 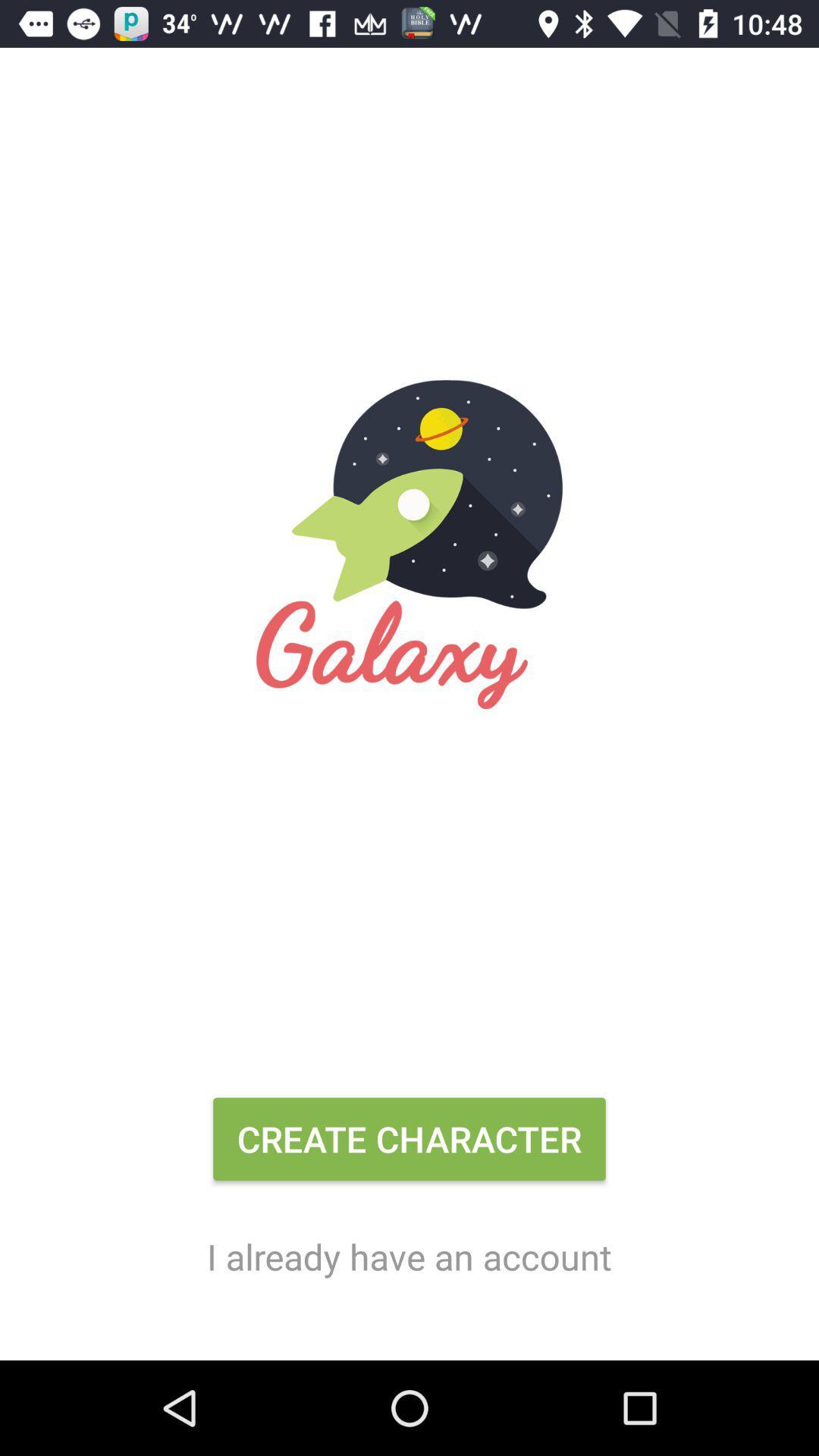 What do you see at coordinates (409, 1145) in the screenshot?
I see `the item above i already have item` at bounding box center [409, 1145].